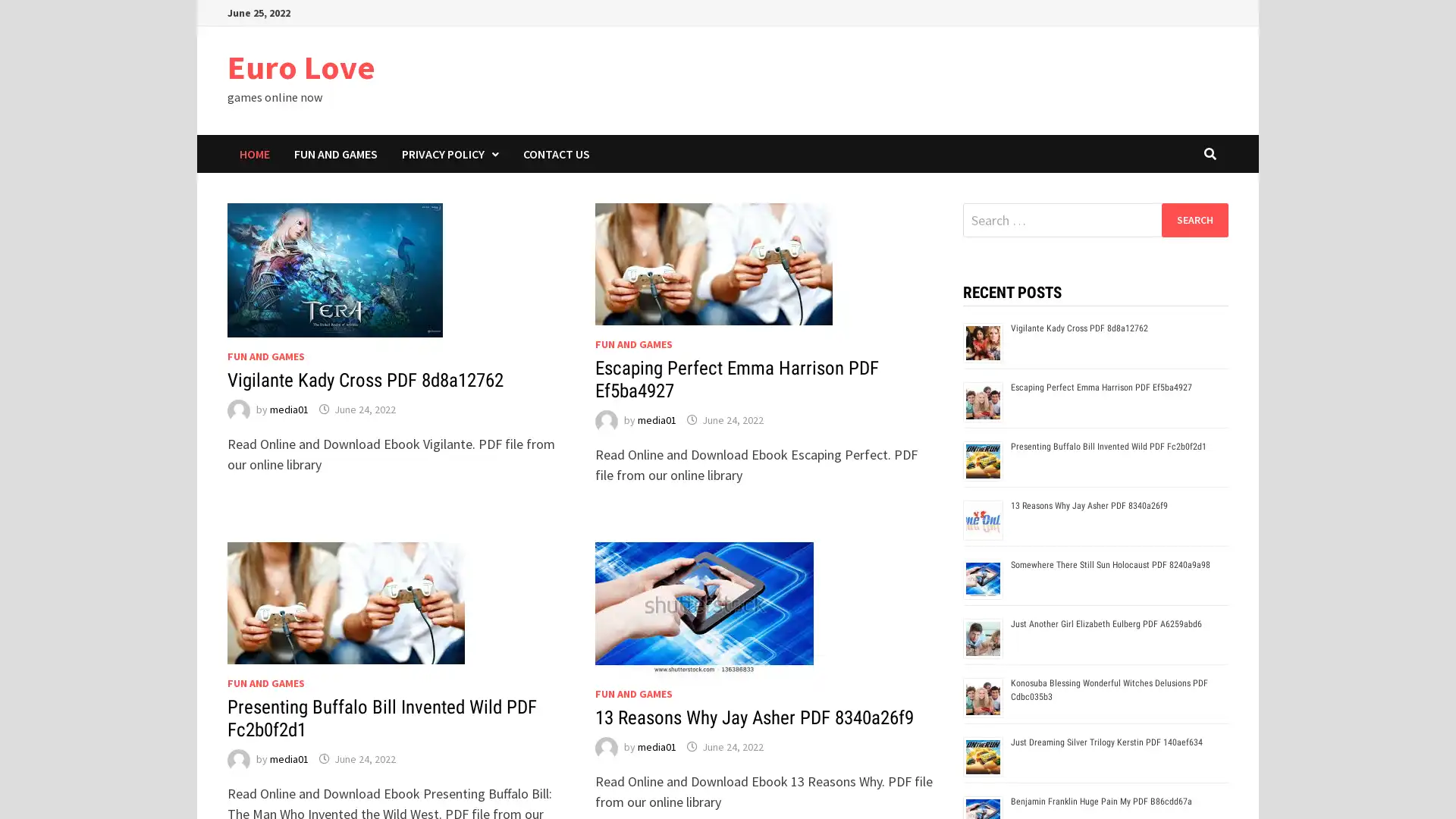  What do you see at coordinates (1194, 219) in the screenshot?
I see `Search` at bounding box center [1194, 219].